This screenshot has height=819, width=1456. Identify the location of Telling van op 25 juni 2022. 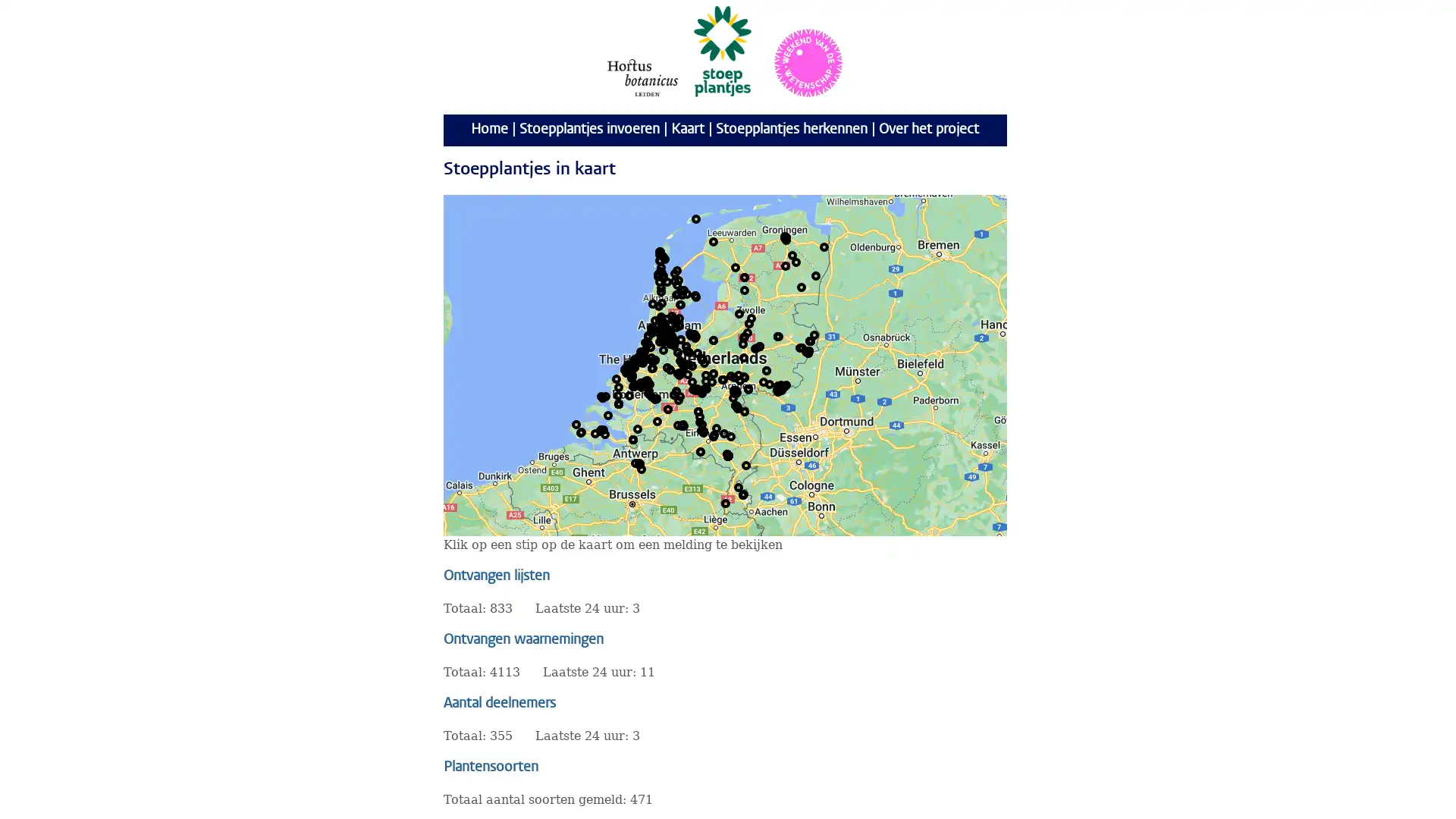
(644, 357).